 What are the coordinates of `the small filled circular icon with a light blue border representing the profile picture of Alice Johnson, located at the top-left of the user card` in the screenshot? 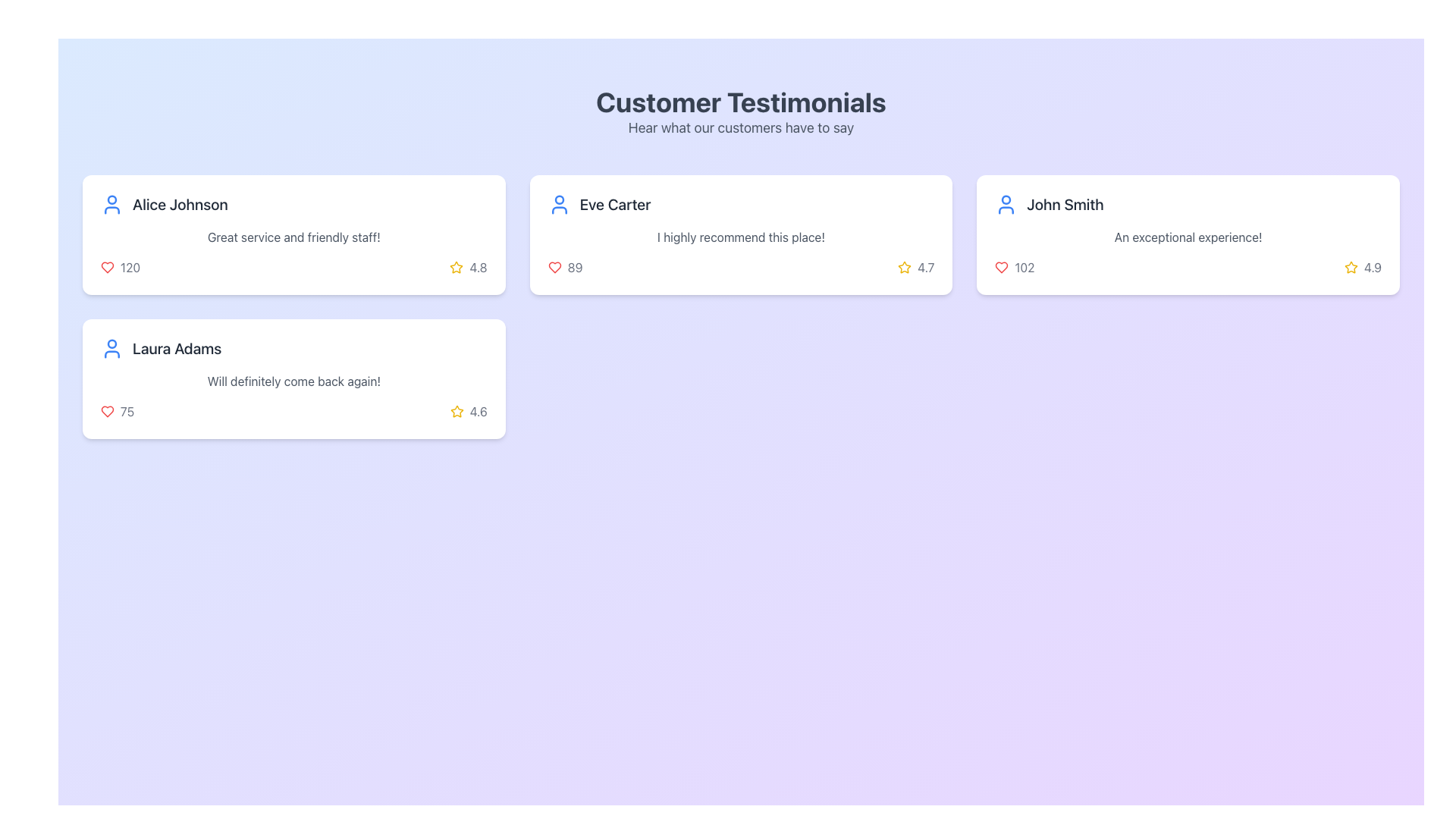 It's located at (111, 199).